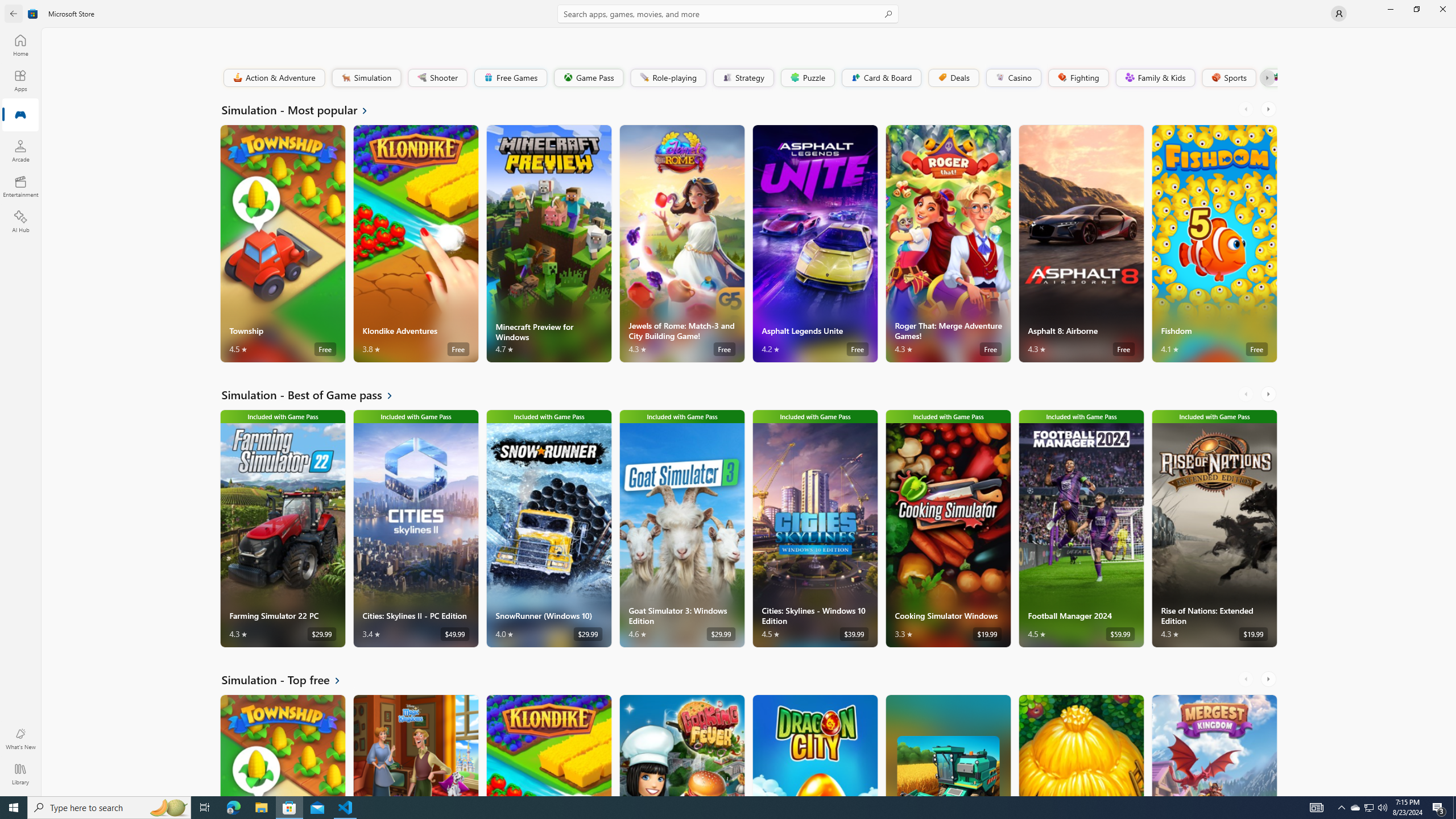 The height and width of the screenshot is (819, 1456). What do you see at coordinates (19, 44) in the screenshot?
I see `'Home'` at bounding box center [19, 44].